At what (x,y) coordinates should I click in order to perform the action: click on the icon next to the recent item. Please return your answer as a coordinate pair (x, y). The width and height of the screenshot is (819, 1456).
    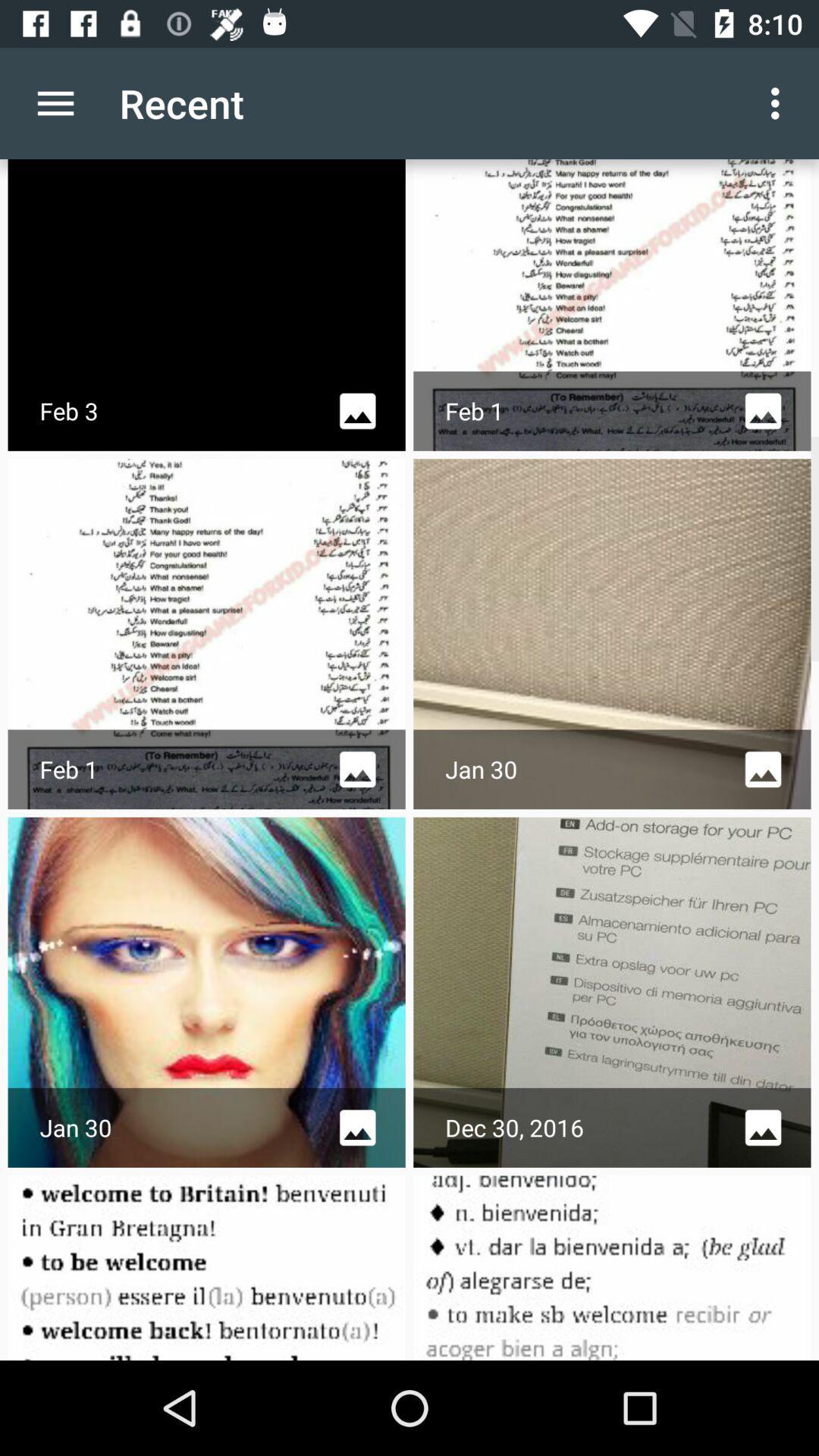
    Looking at the image, I should click on (55, 102).